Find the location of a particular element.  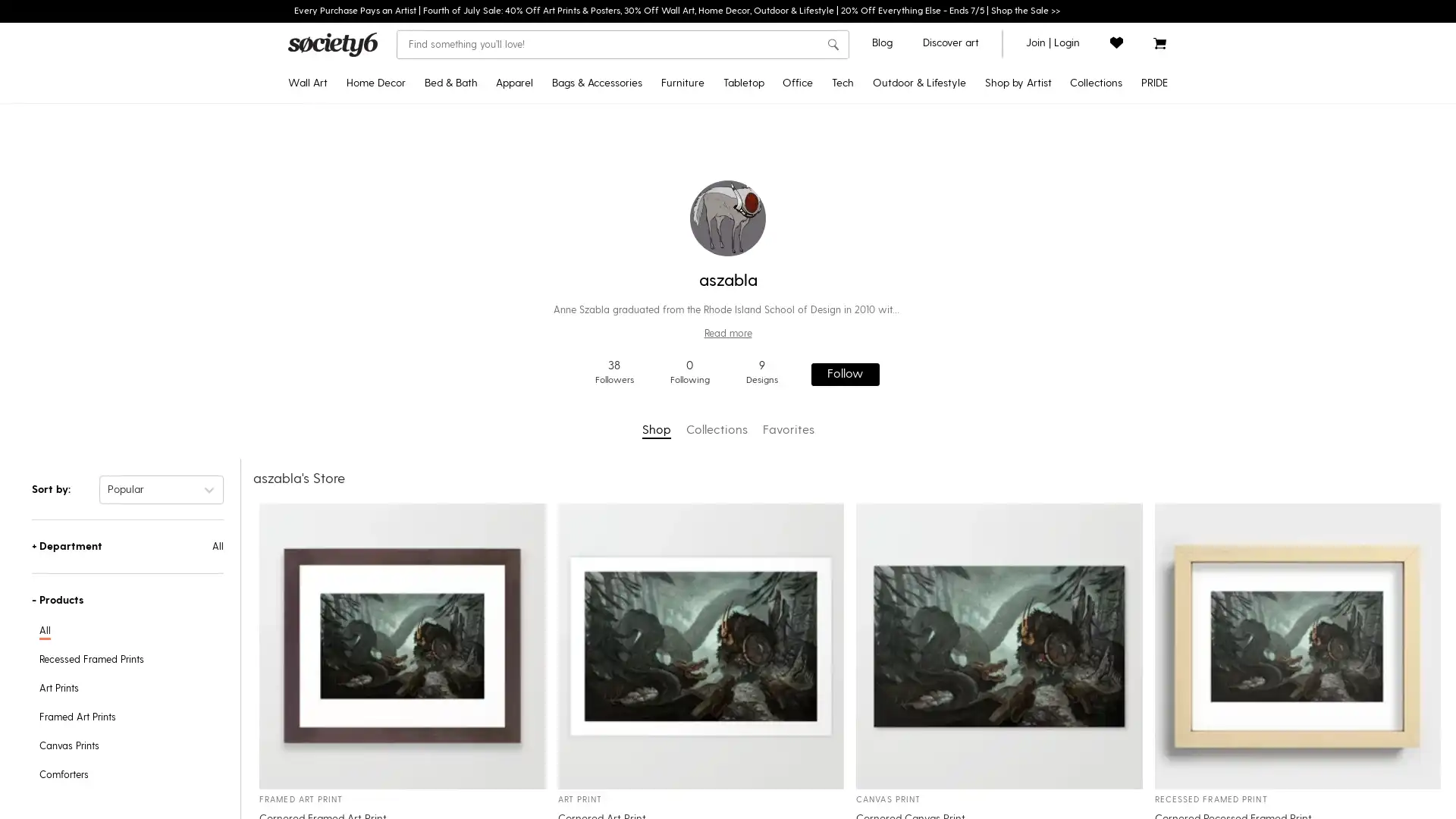

Placemats is located at coordinates (771, 219).